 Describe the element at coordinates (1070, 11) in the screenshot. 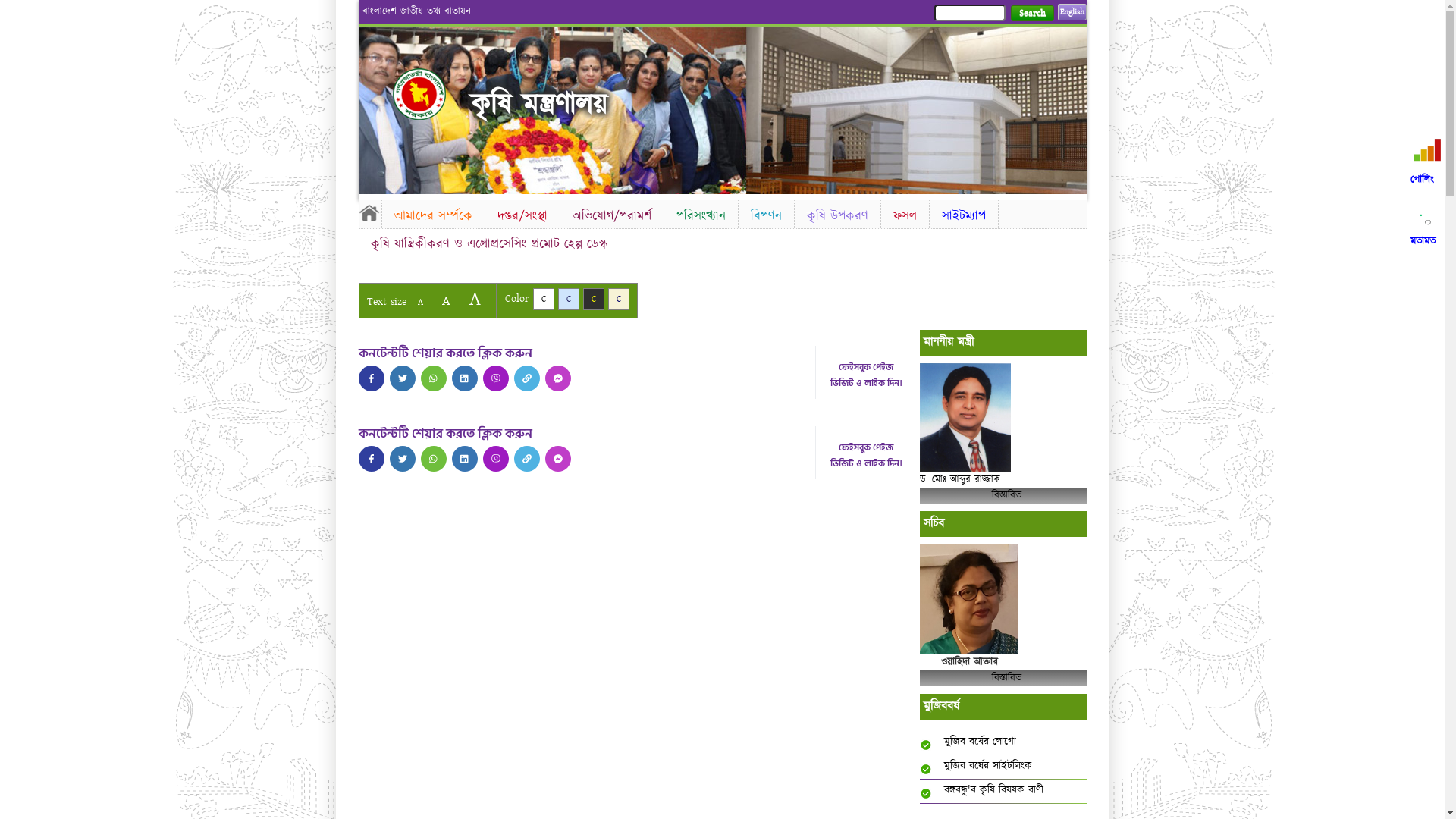

I see `'English'` at that location.